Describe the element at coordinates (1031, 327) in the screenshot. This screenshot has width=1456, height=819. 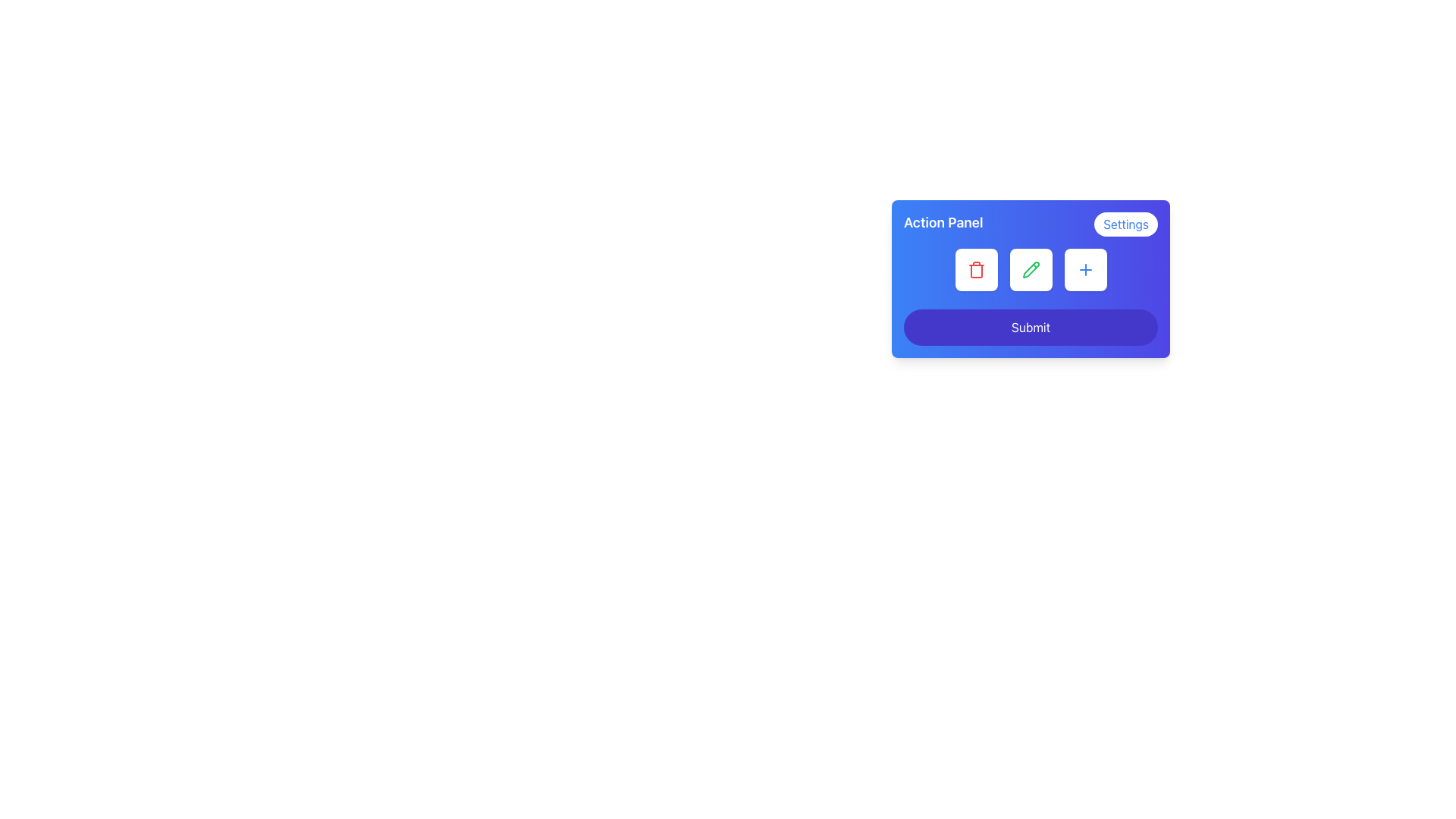
I see `the 'Submit' button located at the bottom of the 'Action Panel'` at that location.